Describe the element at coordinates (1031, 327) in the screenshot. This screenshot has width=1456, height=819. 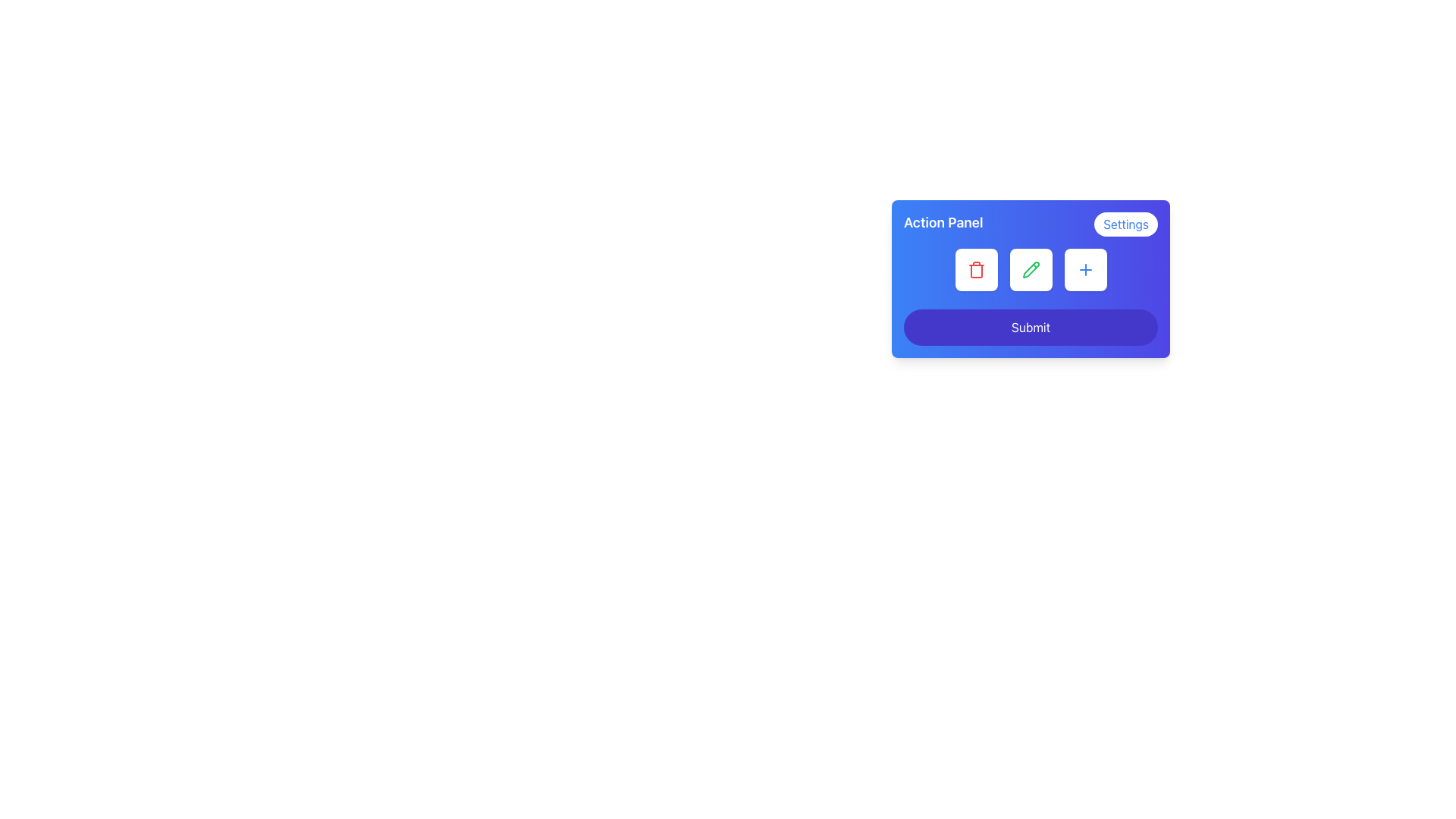
I see `the 'Submit' button located at the bottom of the 'Action Panel'` at that location.